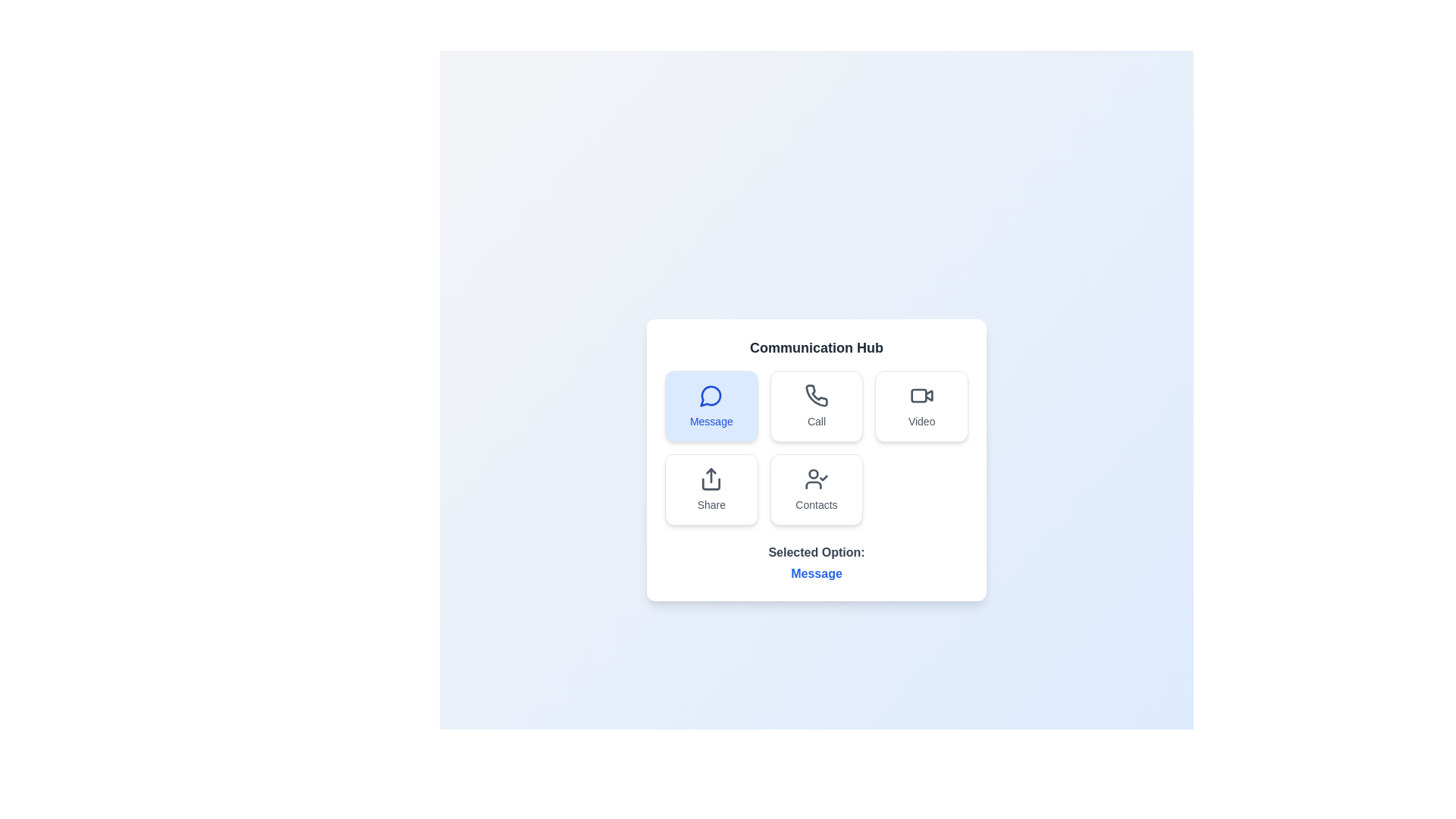 The width and height of the screenshot is (1456, 819). Describe the element at coordinates (711, 406) in the screenshot. I see `the option Message in the Communication Hub` at that location.